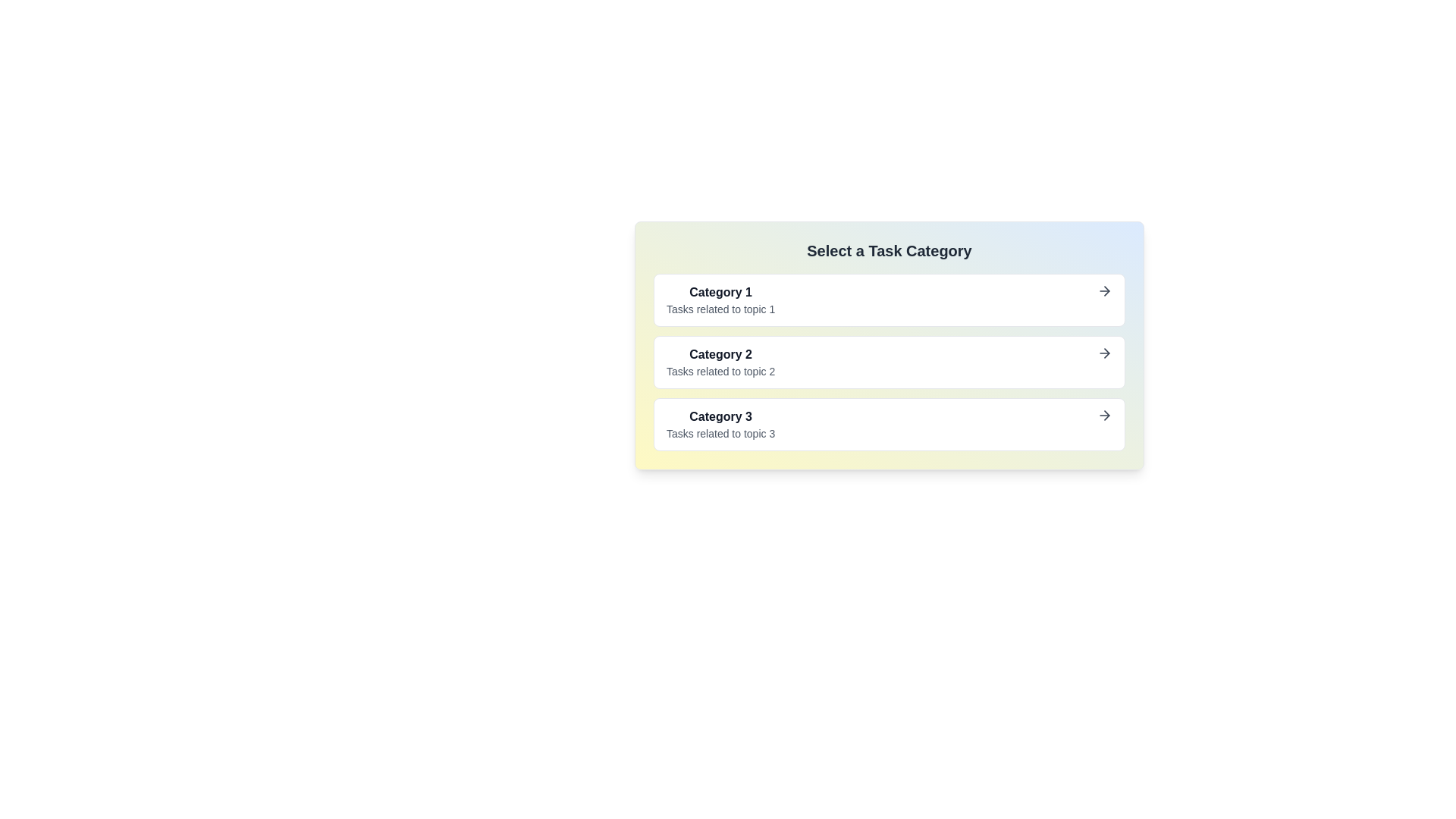 The height and width of the screenshot is (819, 1456). Describe the element at coordinates (720, 433) in the screenshot. I see `the informational text label located under the 'Category 3' title on the task categories menu` at that location.